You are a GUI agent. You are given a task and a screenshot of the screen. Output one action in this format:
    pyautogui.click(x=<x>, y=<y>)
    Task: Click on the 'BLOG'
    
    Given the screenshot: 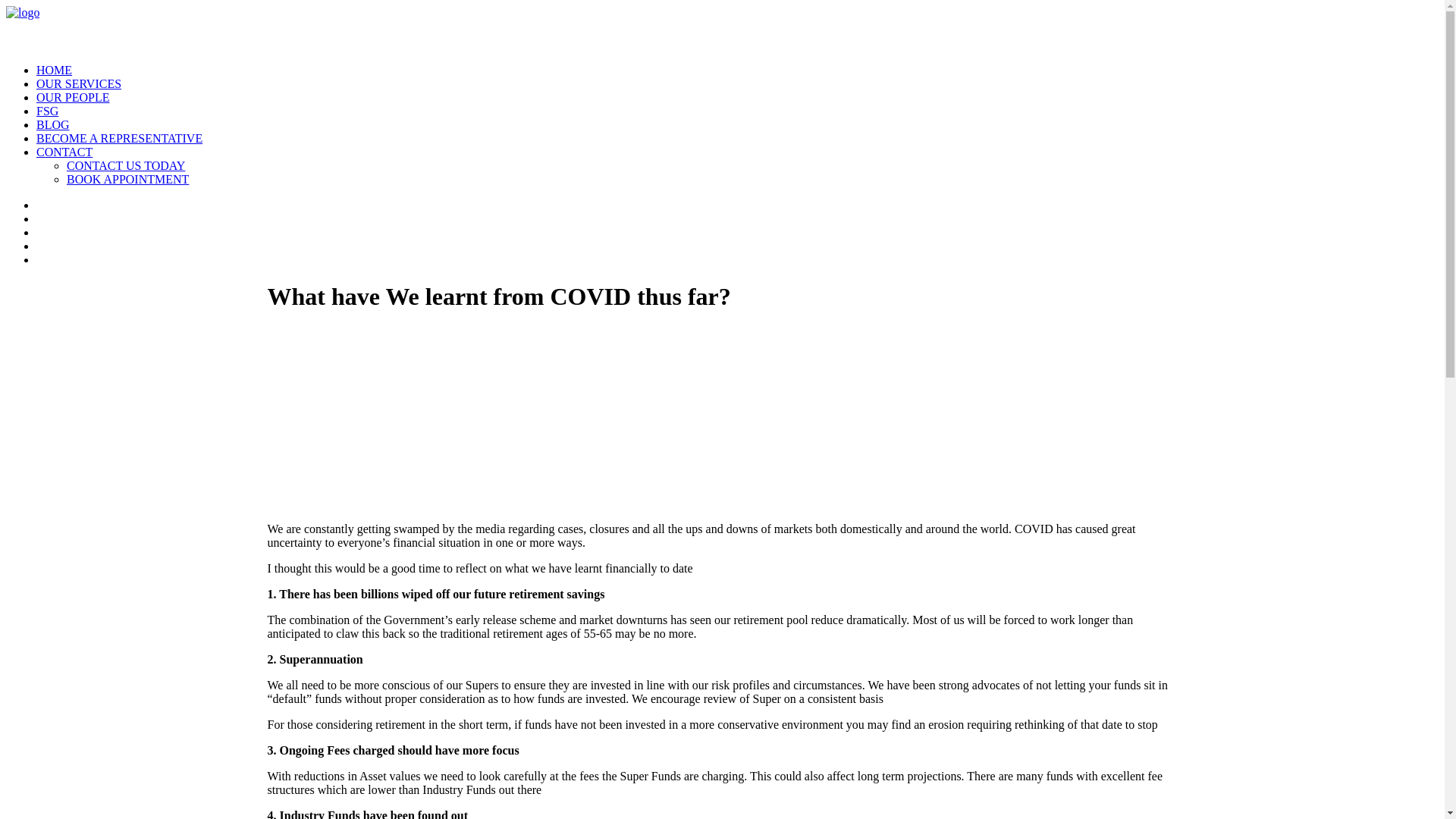 What is the action you would take?
    pyautogui.click(x=53, y=124)
    